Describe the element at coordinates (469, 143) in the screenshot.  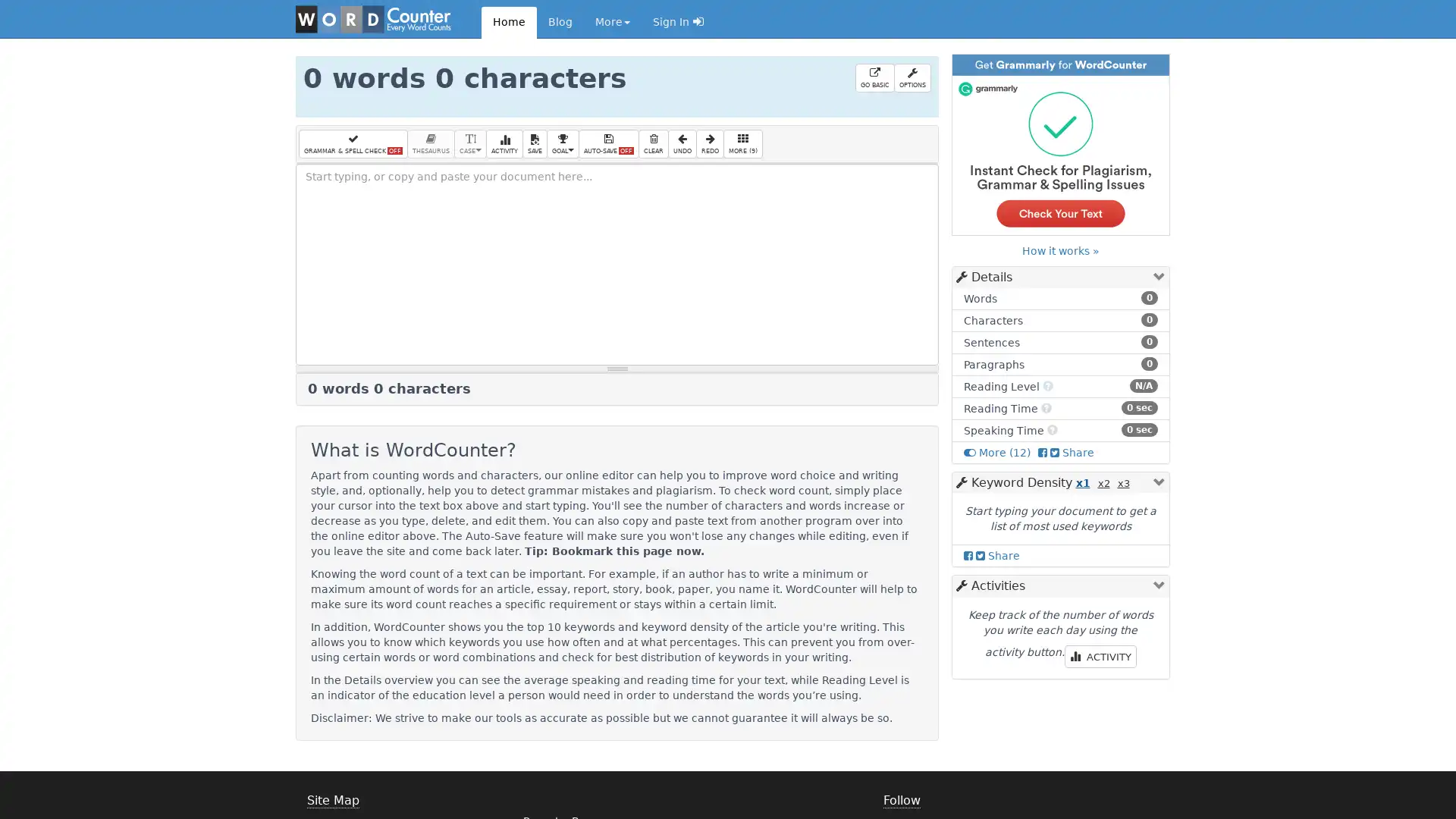
I see `CASE` at that location.